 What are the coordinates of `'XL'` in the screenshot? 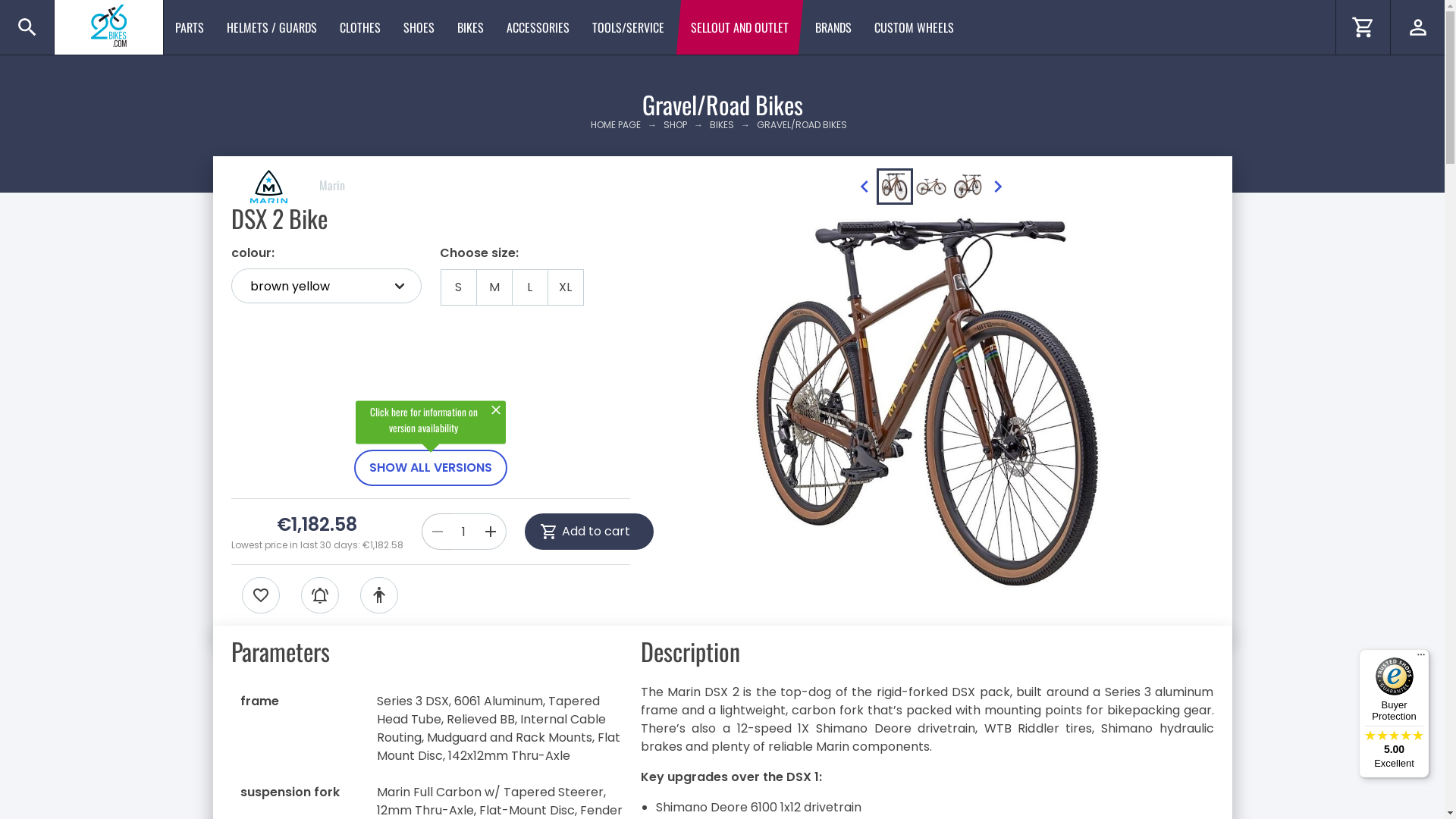 It's located at (564, 287).